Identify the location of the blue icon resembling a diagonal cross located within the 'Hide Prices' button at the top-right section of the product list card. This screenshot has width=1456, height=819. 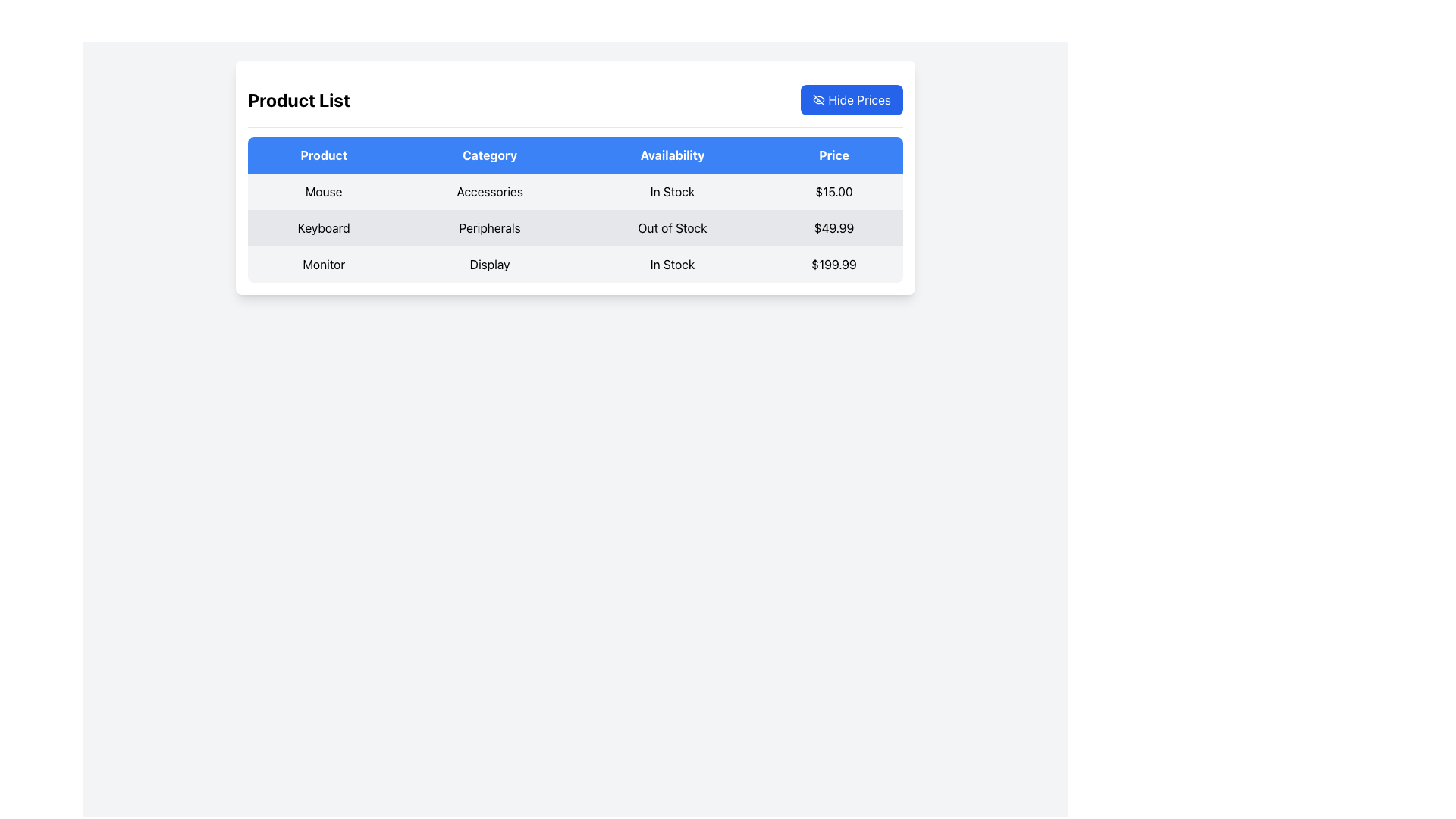
(818, 99).